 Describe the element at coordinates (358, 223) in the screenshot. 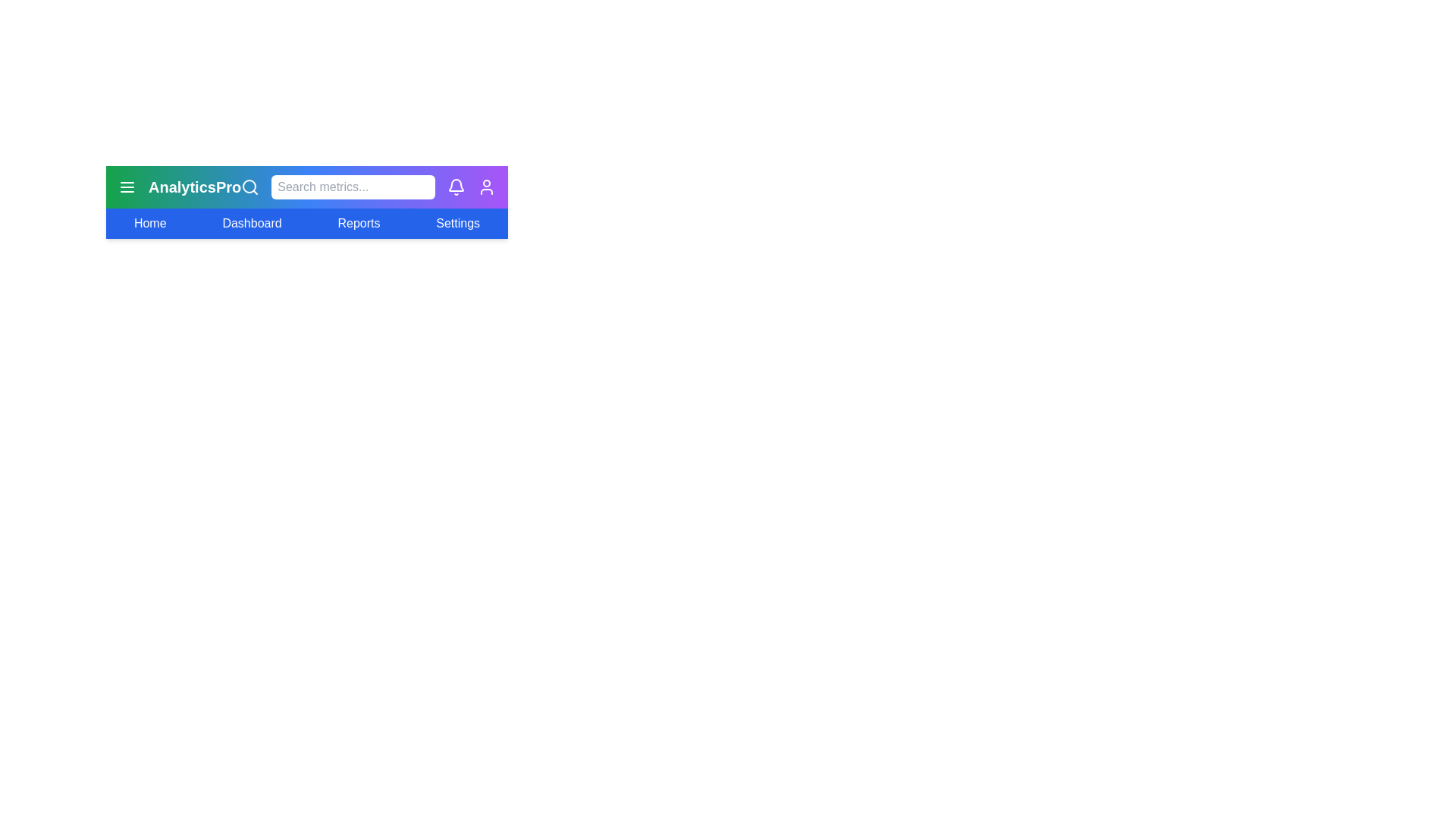

I see `the menu option labeled Reports to select it` at that location.